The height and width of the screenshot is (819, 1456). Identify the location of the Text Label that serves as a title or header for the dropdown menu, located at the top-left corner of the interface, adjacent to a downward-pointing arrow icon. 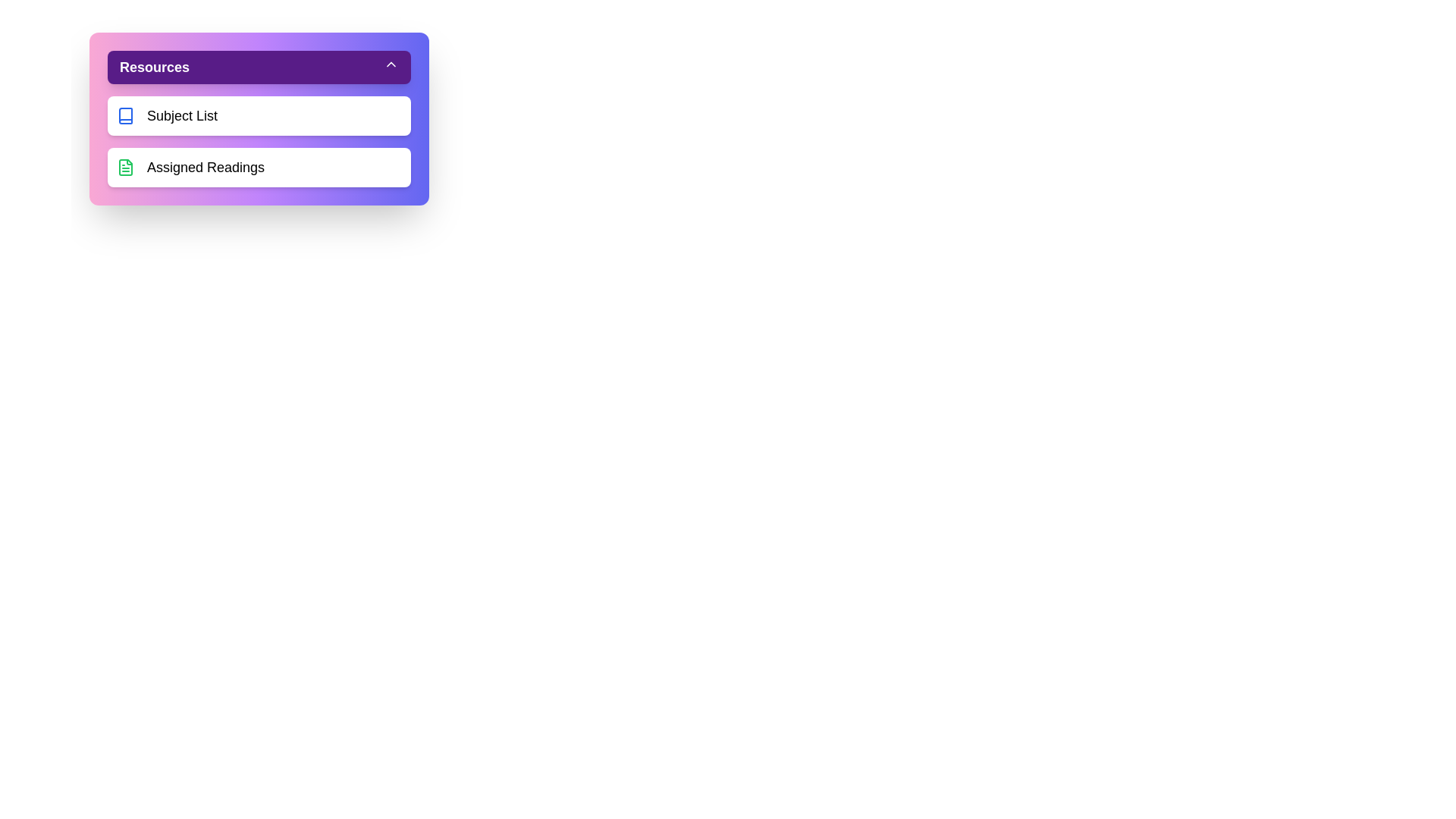
(155, 66).